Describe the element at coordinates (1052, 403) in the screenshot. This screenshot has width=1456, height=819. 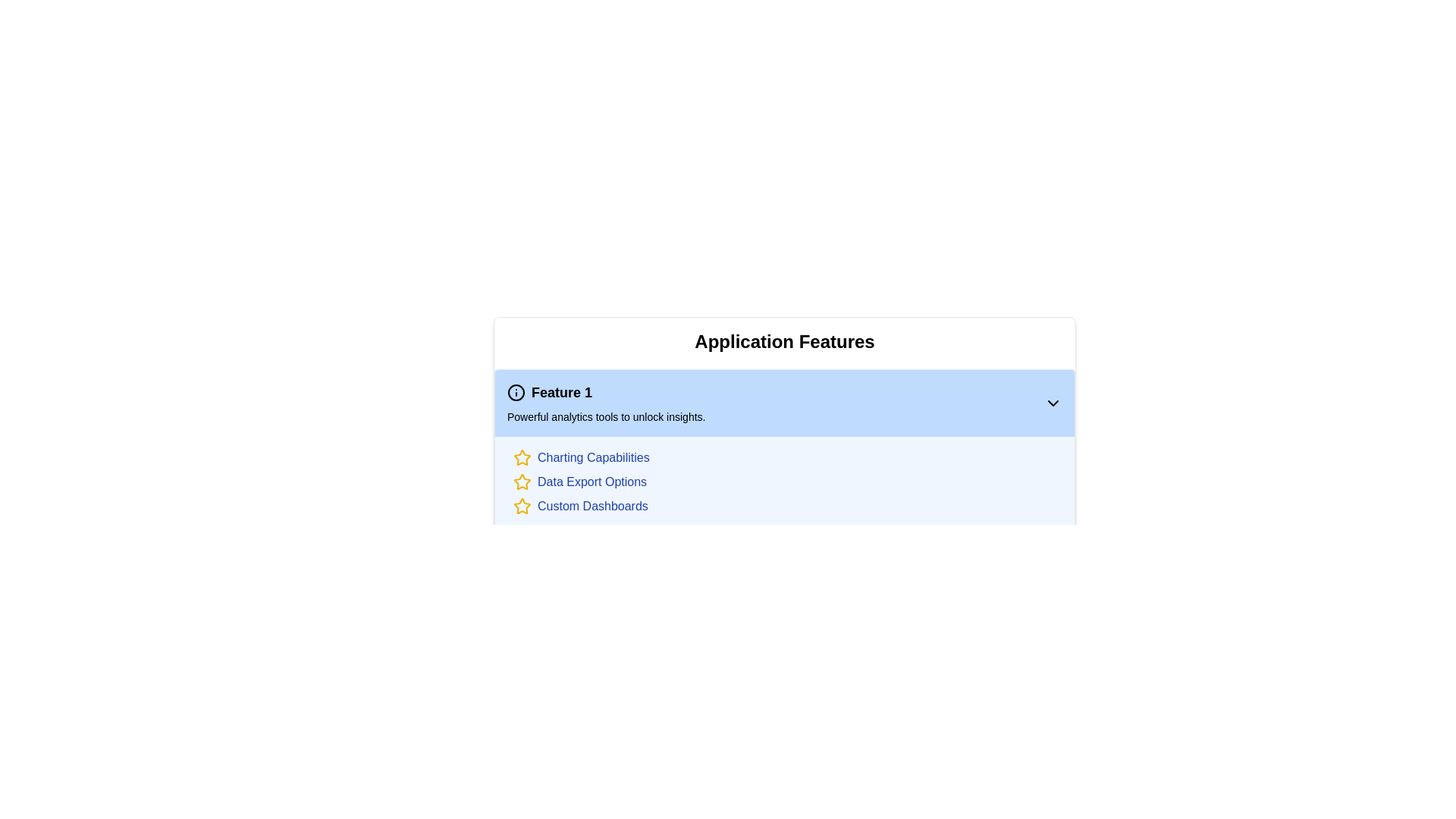
I see `the chevron down icon located in the top-right section of the blue header for 'Feature 1'` at that location.